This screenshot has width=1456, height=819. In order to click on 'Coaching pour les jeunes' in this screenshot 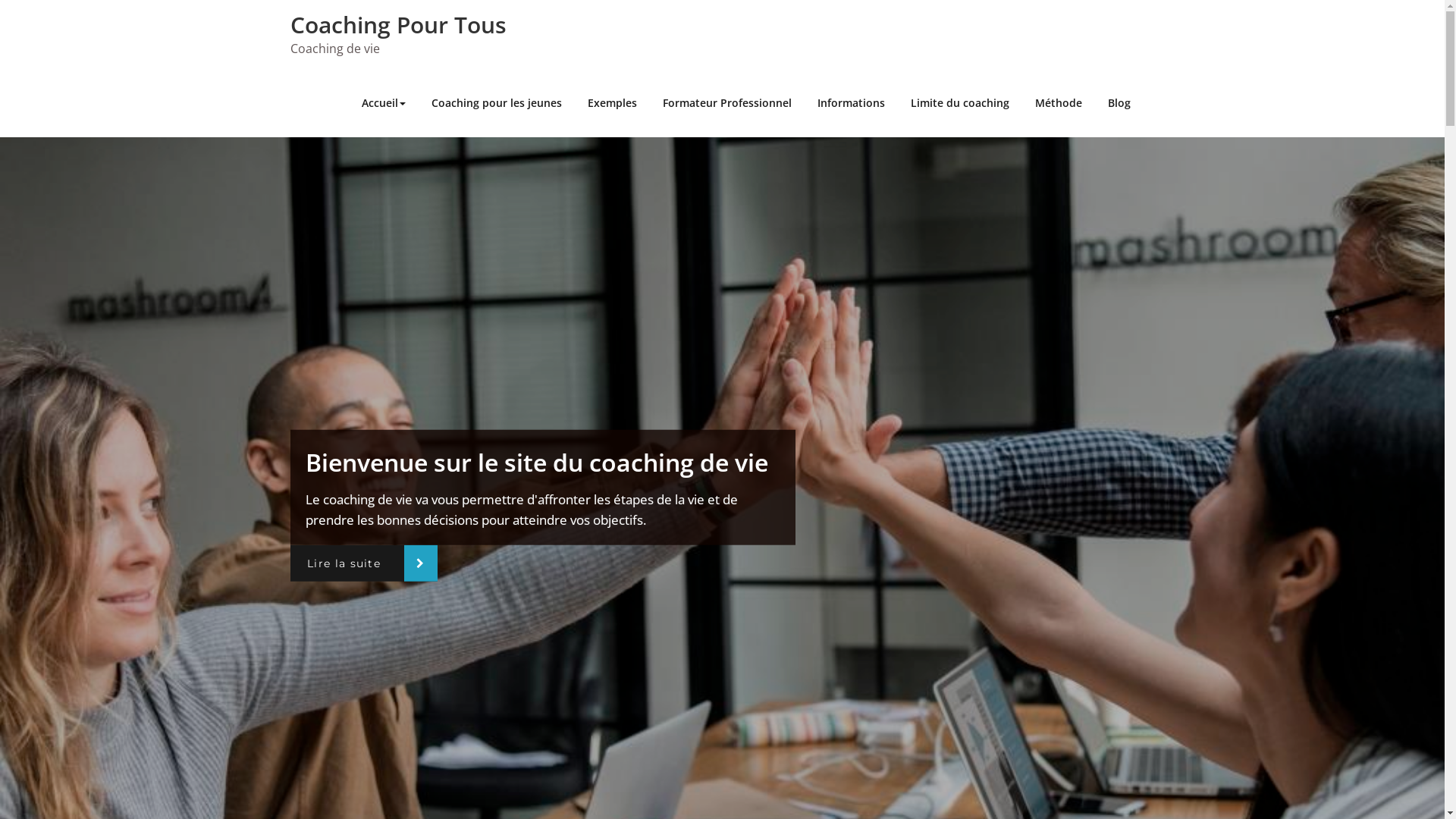, I will do `click(496, 102)`.